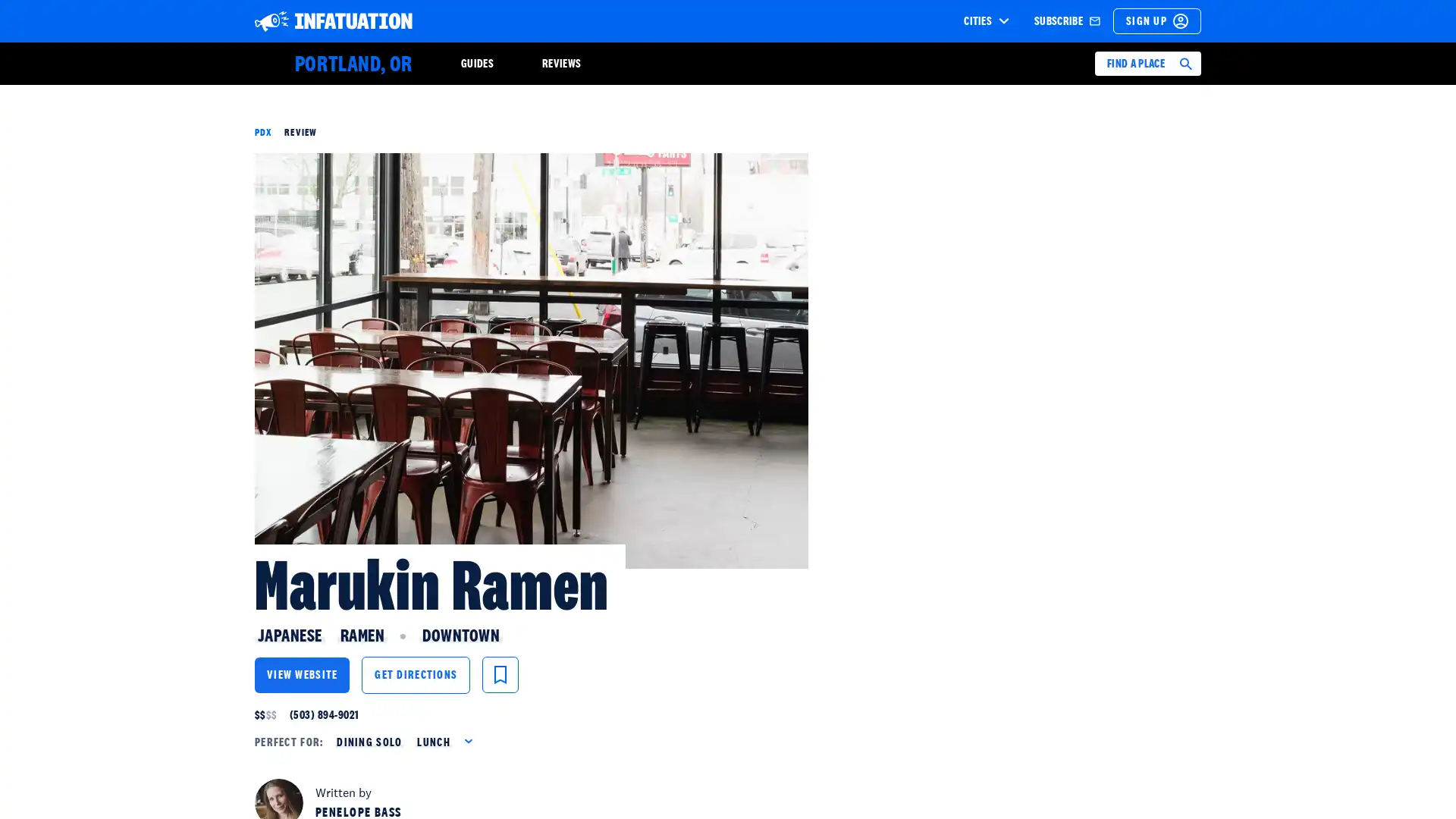 The width and height of the screenshot is (1456, 819). What do you see at coordinates (416, 674) in the screenshot?
I see `GET DIRECTIONS` at bounding box center [416, 674].